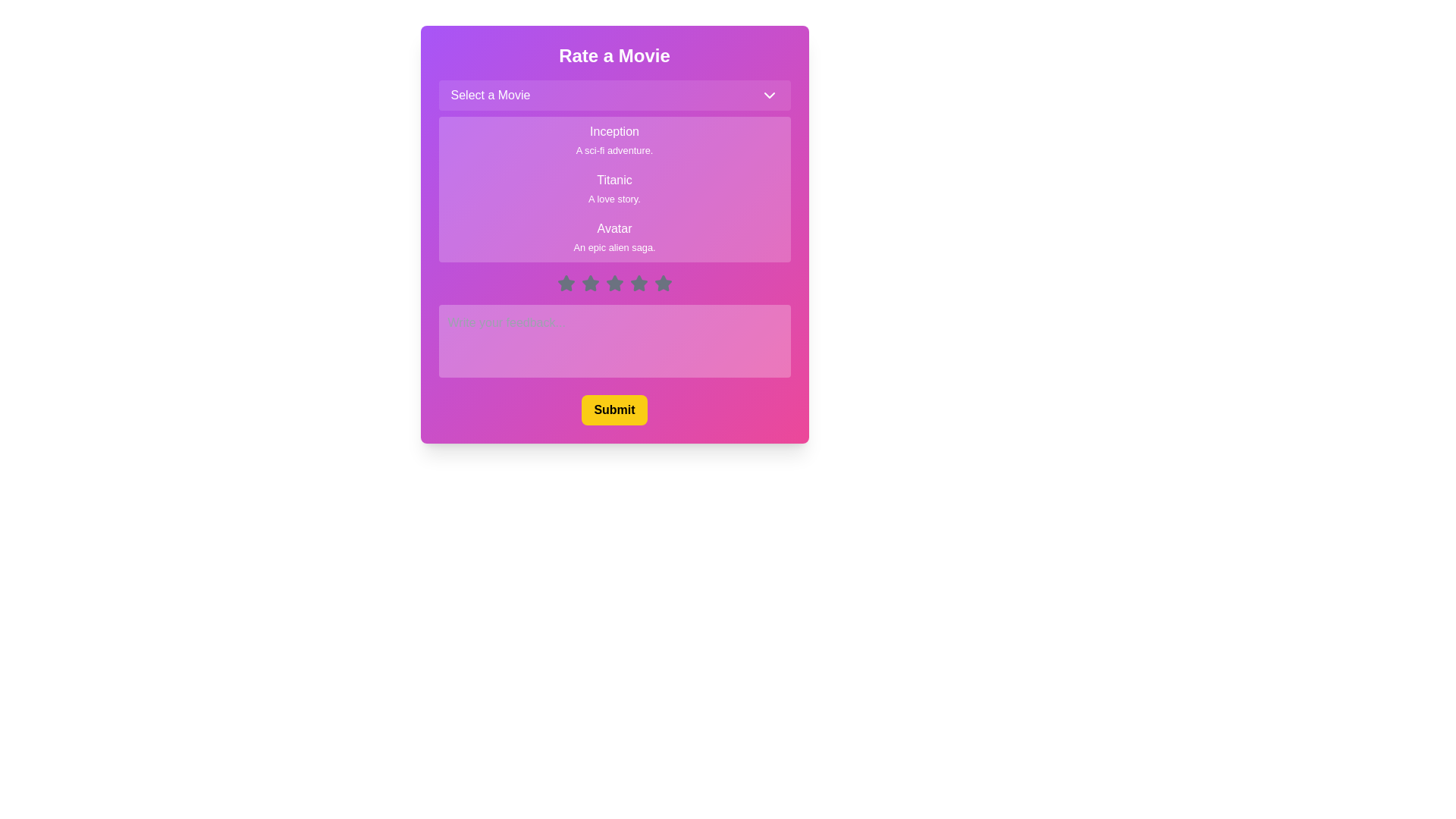 The image size is (1456, 819). I want to click on the fifth dark gray star icon in the horizontal row of rating stars, positioned below the 'Write your feedback...' text input box and above the 'Submit' button, so click(663, 284).